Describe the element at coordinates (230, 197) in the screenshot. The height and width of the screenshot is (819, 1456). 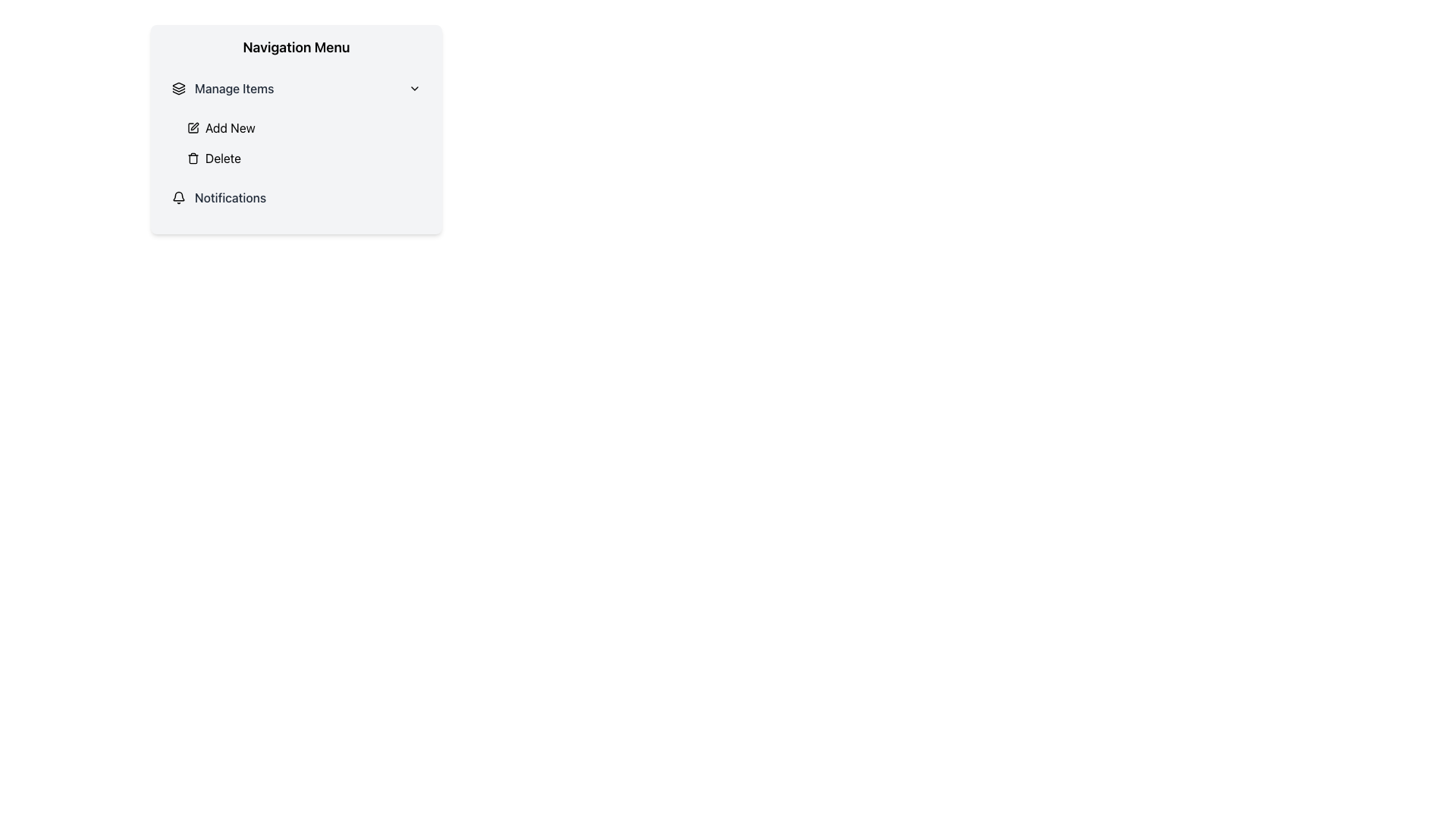
I see `the 'Notifications' static label in the navigation menu, which is styled in gray and positioned to the right of a bell icon` at that location.